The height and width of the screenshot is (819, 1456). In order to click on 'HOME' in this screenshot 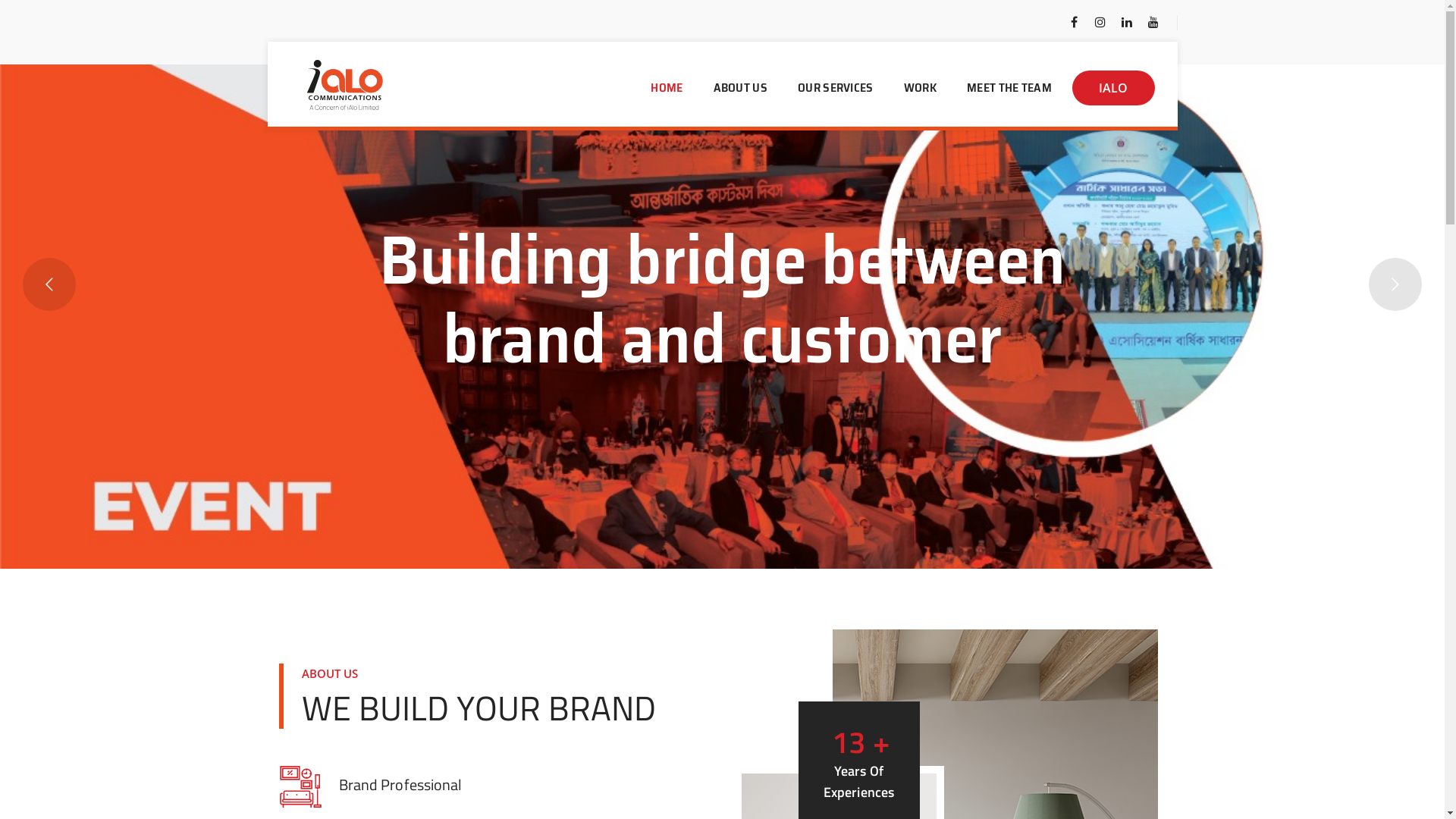, I will do `click(637, 87)`.